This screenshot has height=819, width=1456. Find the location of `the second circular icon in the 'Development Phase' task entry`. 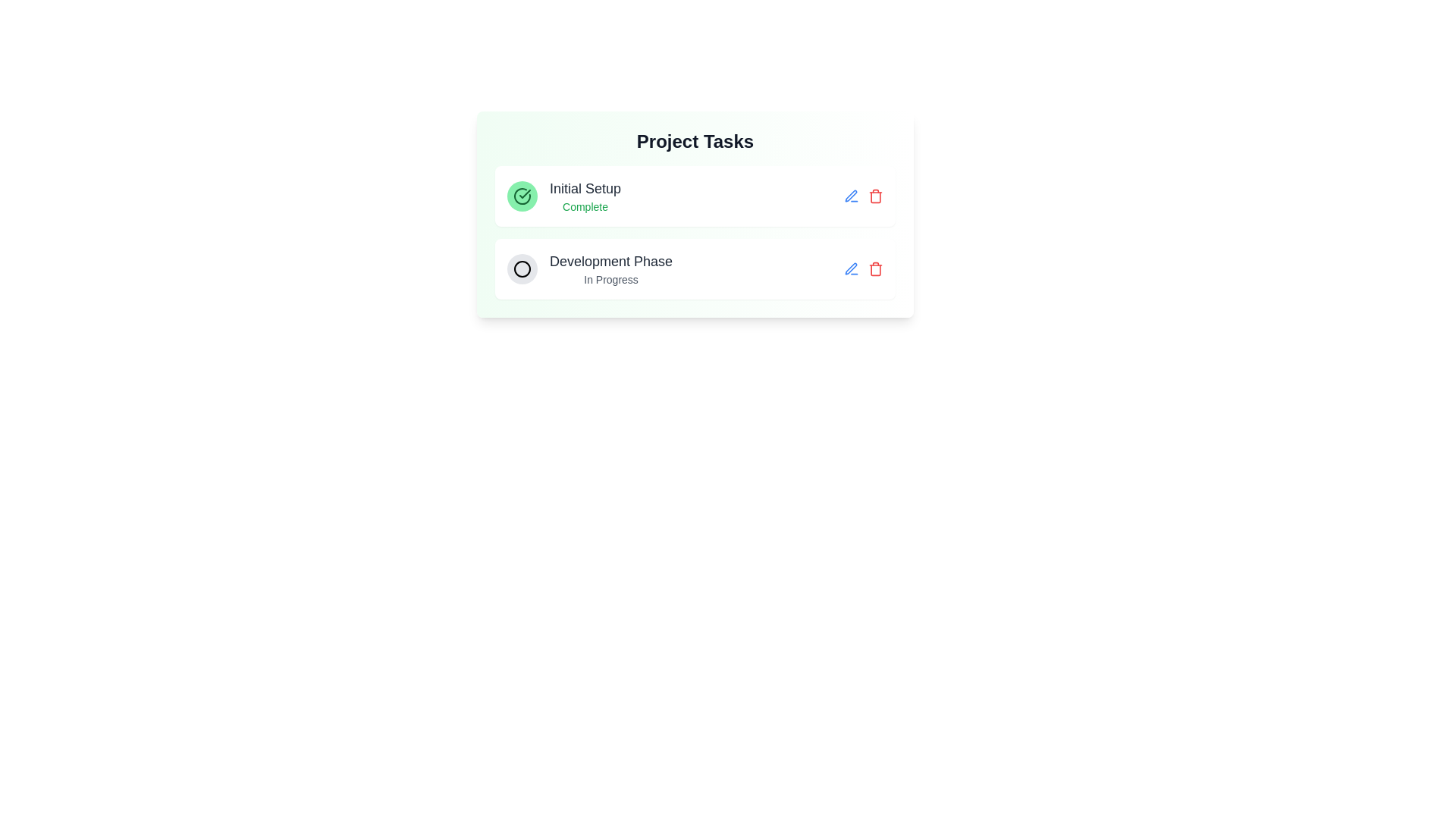

the second circular icon in the 'Development Phase' task entry is located at coordinates (522, 268).